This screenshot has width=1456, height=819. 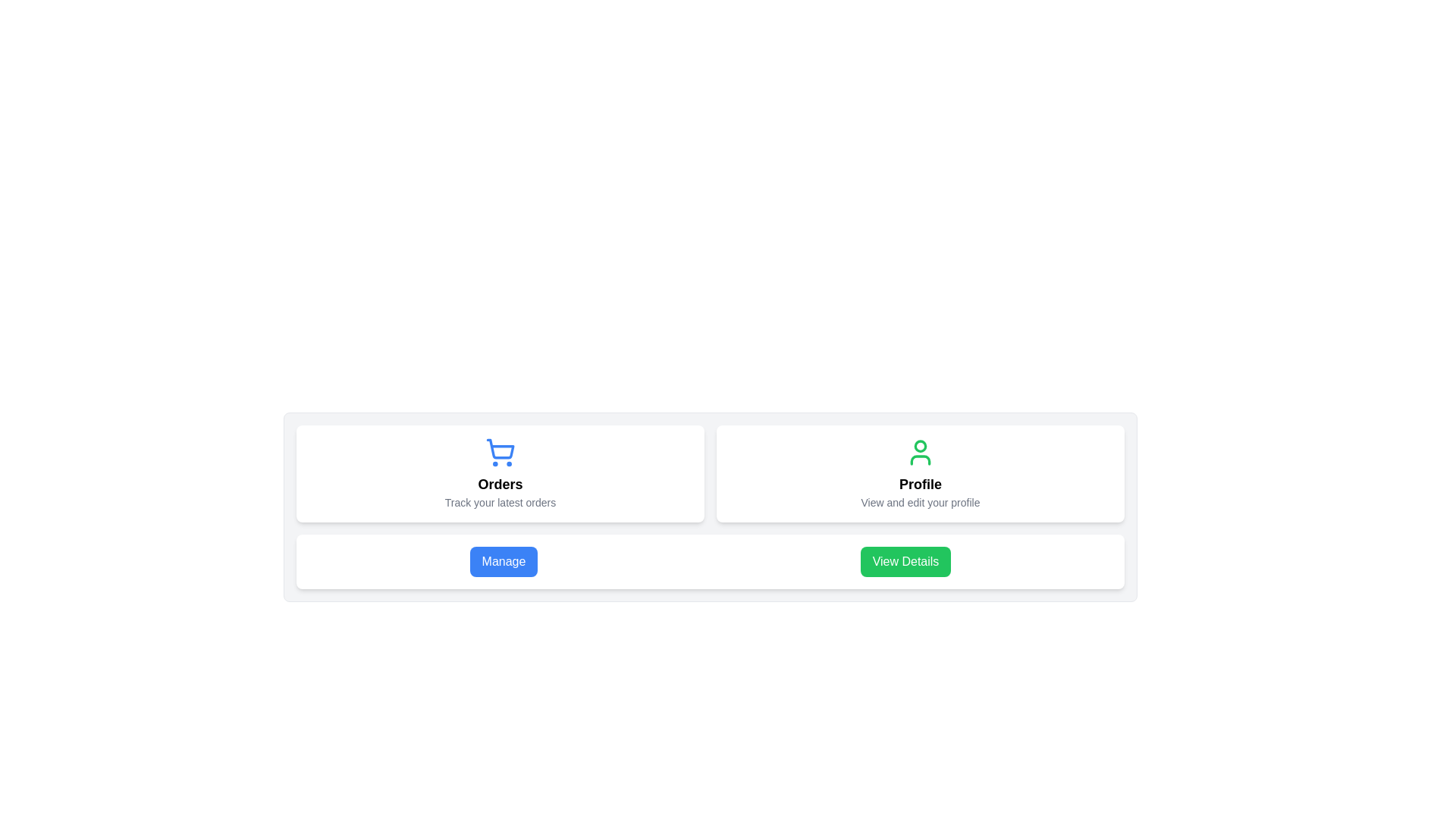 I want to click on the text label that reads 'Track your latest orders', styled in small gray font, located below the 'Orders' header and shopping cart icon, so click(x=500, y=503).